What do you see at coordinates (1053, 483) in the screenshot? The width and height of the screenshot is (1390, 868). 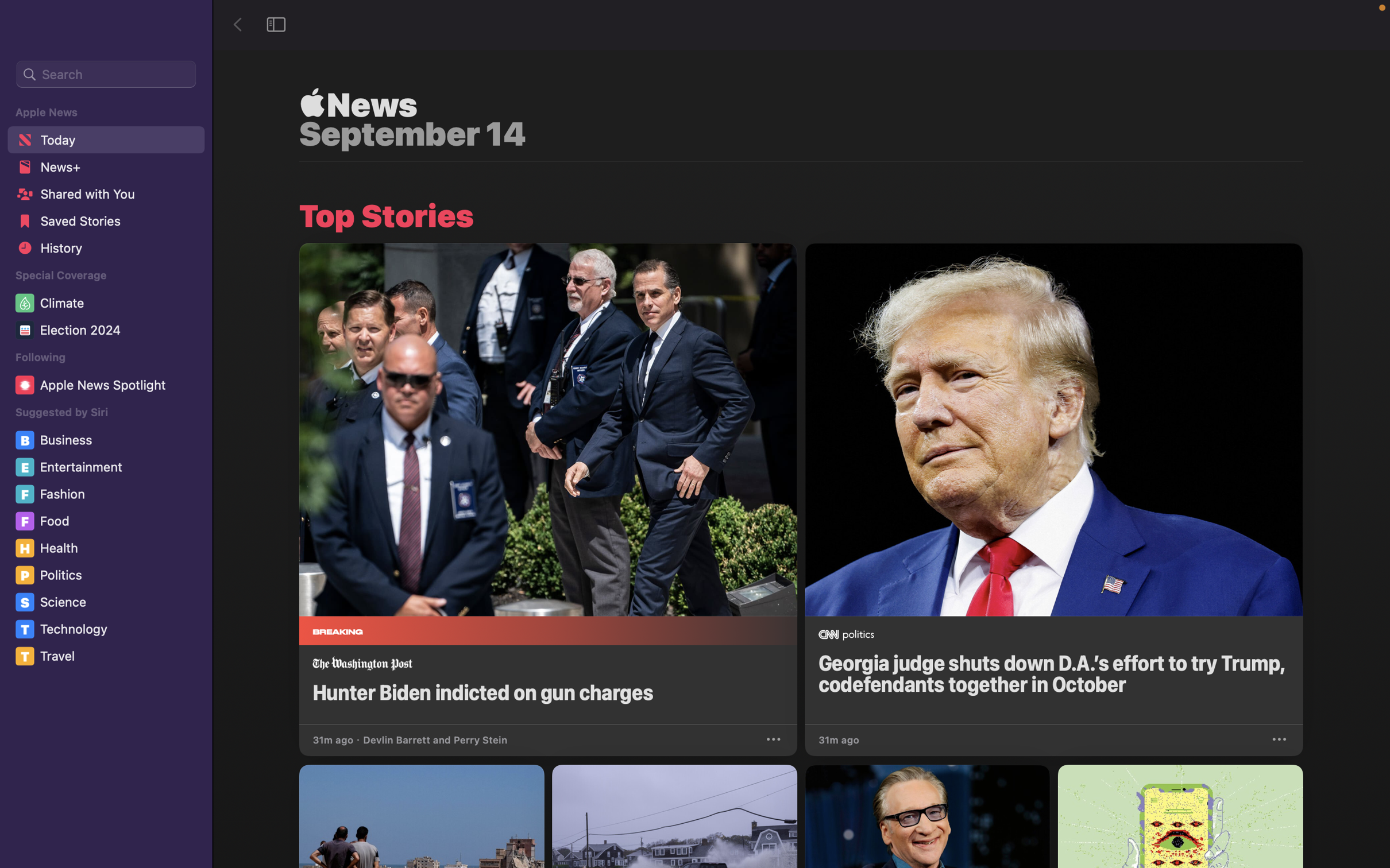 I see `the second story about Georgia judge` at bounding box center [1053, 483].